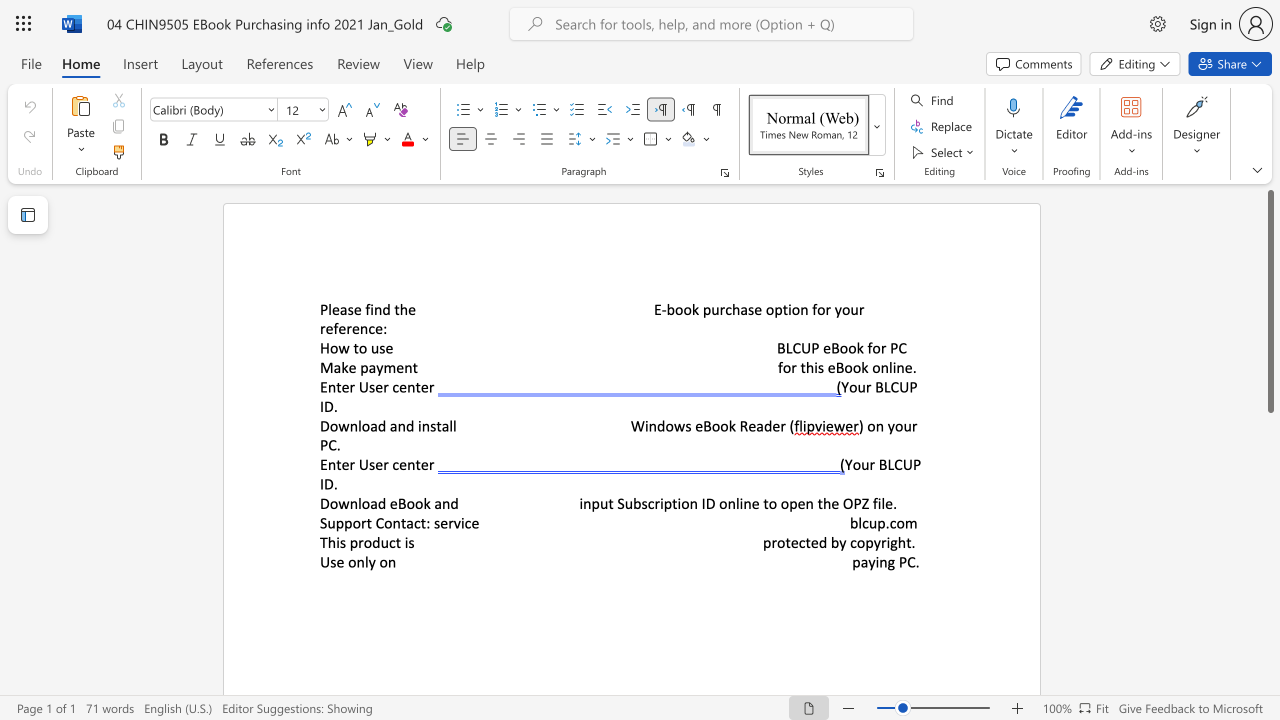 The image size is (1280, 720). What do you see at coordinates (328, 309) in the screenshot?
I see `the subset text "le" within the text "Please find the"` at bounding box center [328, 309].